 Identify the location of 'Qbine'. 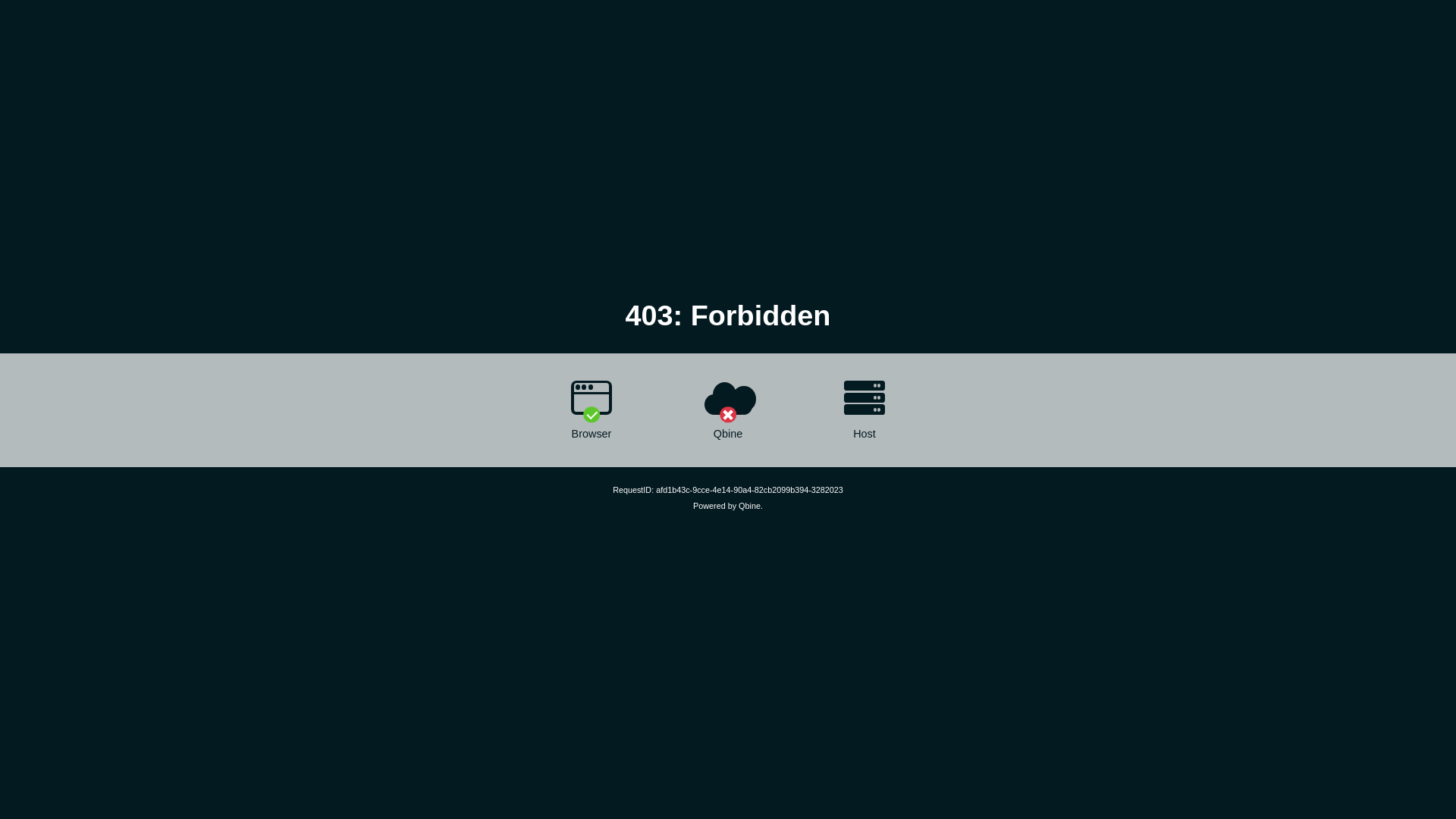
(749, 506).